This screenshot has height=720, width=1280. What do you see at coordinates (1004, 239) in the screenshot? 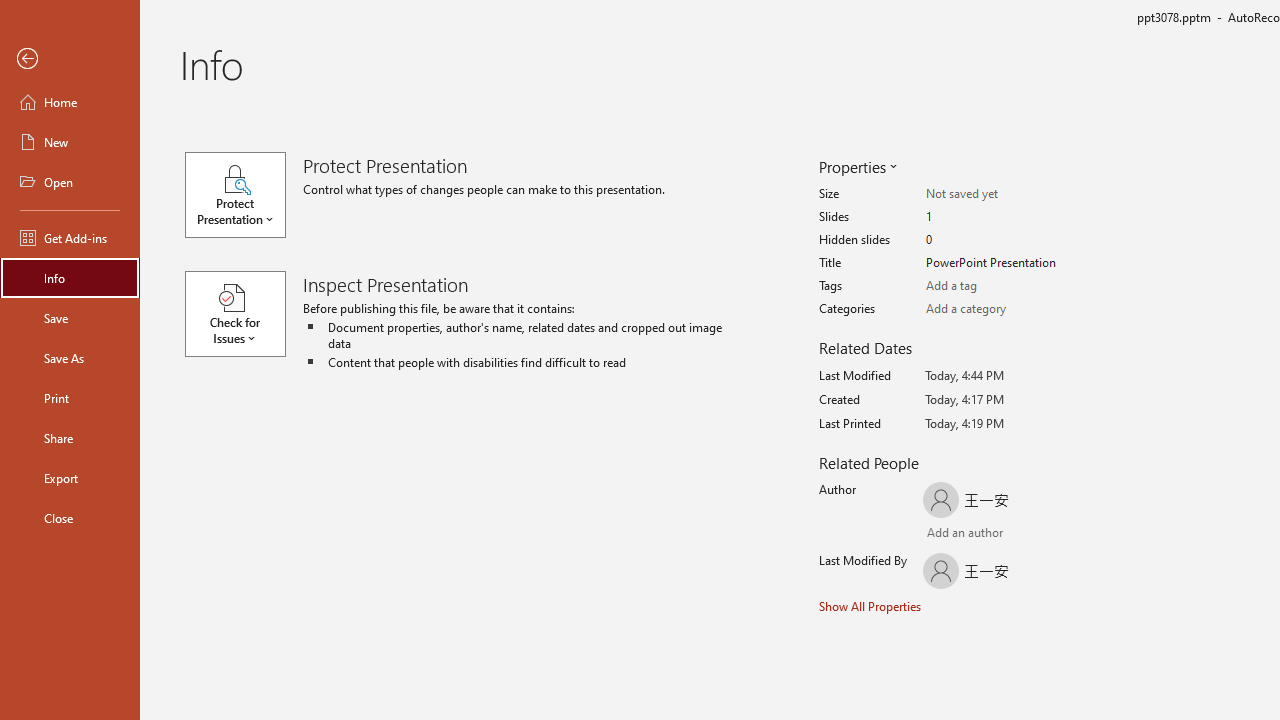
I see `'Hidden slides'` at bounding box center [1004, 239].